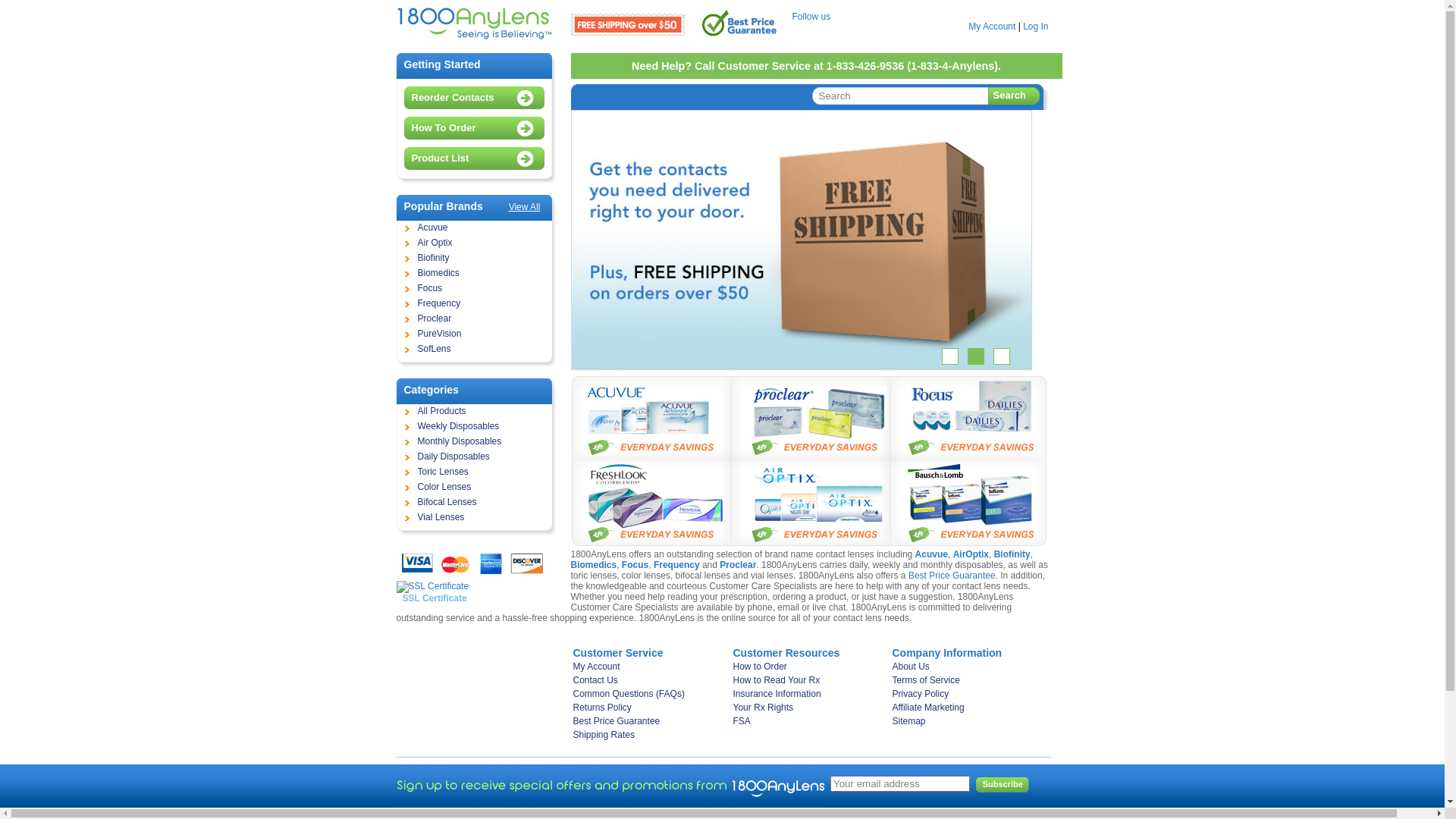 The image size is (1456, 819). What do you see at coordinates (1001, 356) in the screenshot?
I see `'3'` at bounding box center [1001, 356].